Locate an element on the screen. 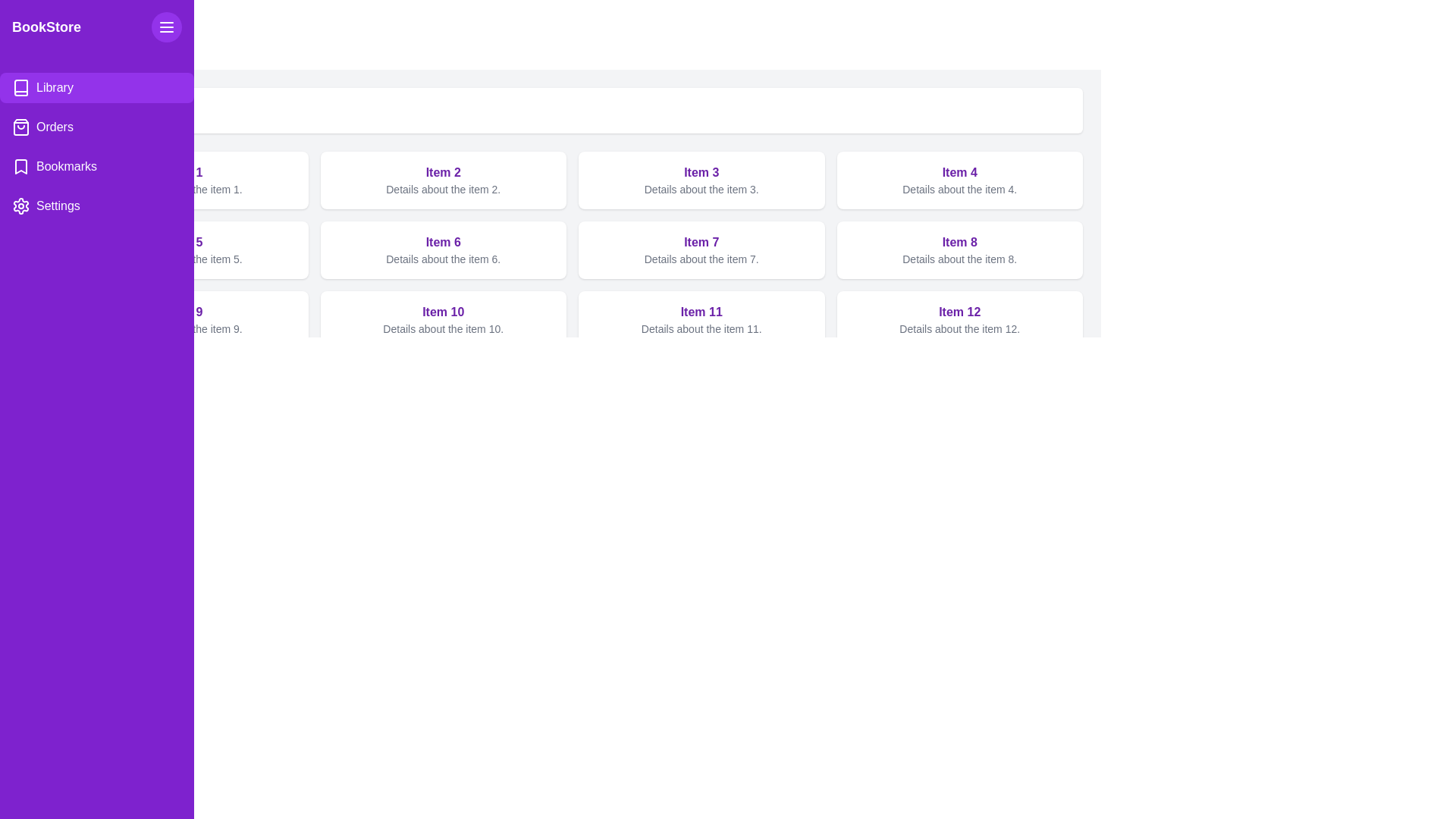  the text label that serves as the title of the card, which displays 'Item 10' and is located in the bottom row of a grid layout is located at coordinates (442, 312).